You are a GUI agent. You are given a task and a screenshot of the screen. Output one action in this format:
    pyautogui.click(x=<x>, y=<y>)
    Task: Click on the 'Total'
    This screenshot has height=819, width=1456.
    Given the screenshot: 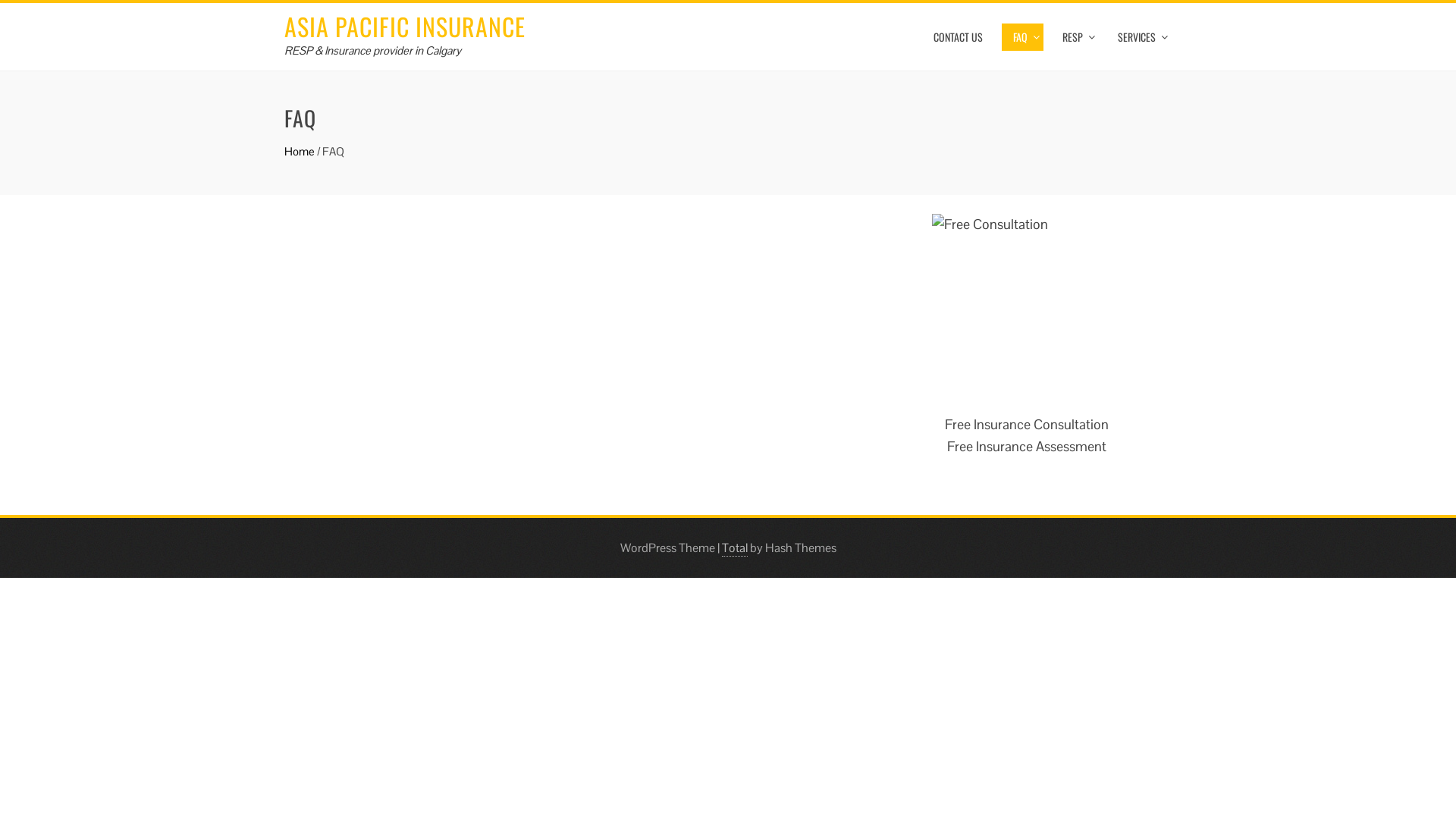 What is the action you would take?
    pyautogui.click(x=735, y=548)
    